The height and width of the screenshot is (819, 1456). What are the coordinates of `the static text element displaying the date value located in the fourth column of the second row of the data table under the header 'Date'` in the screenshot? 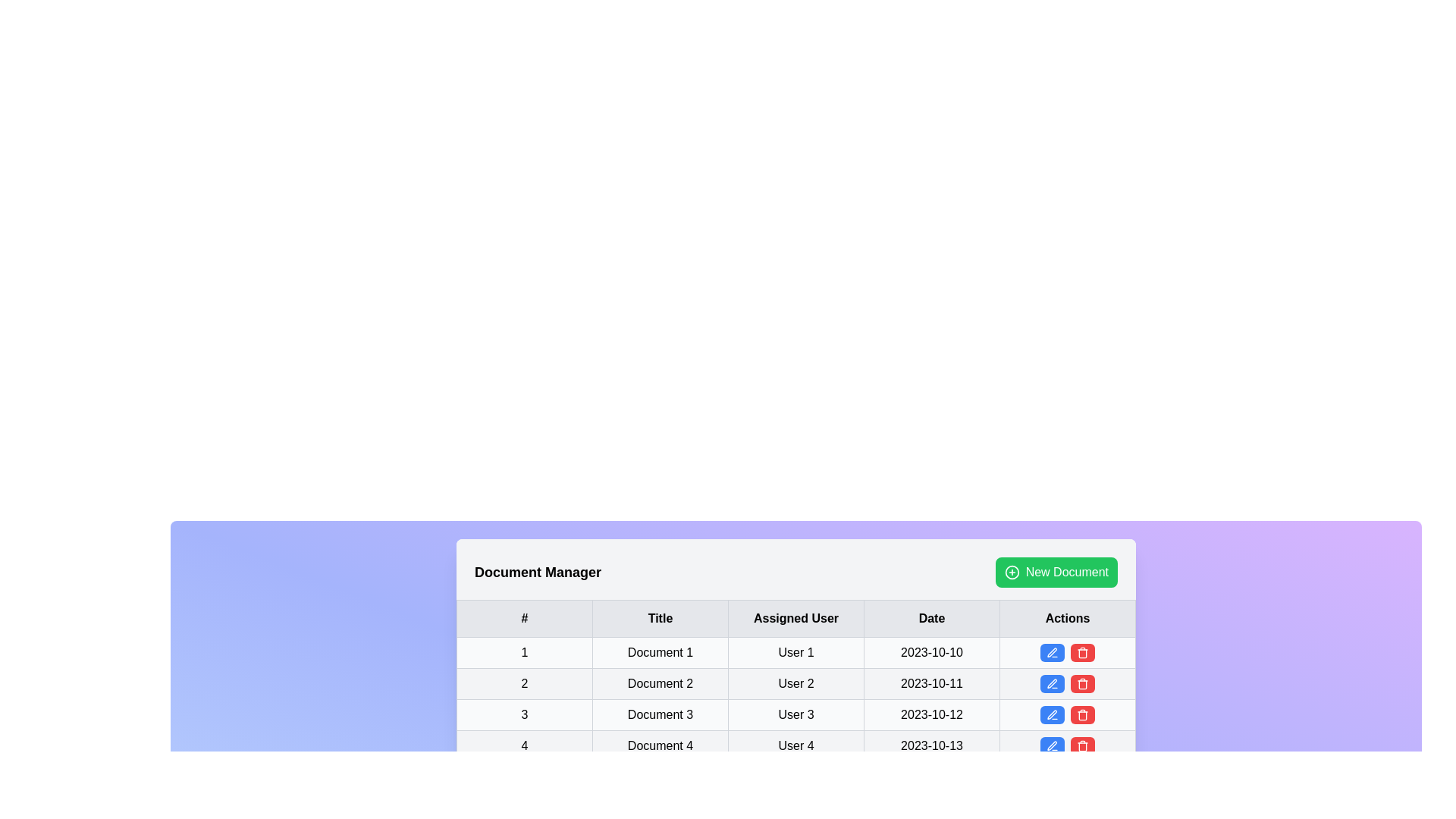 It's located at (930, 684).